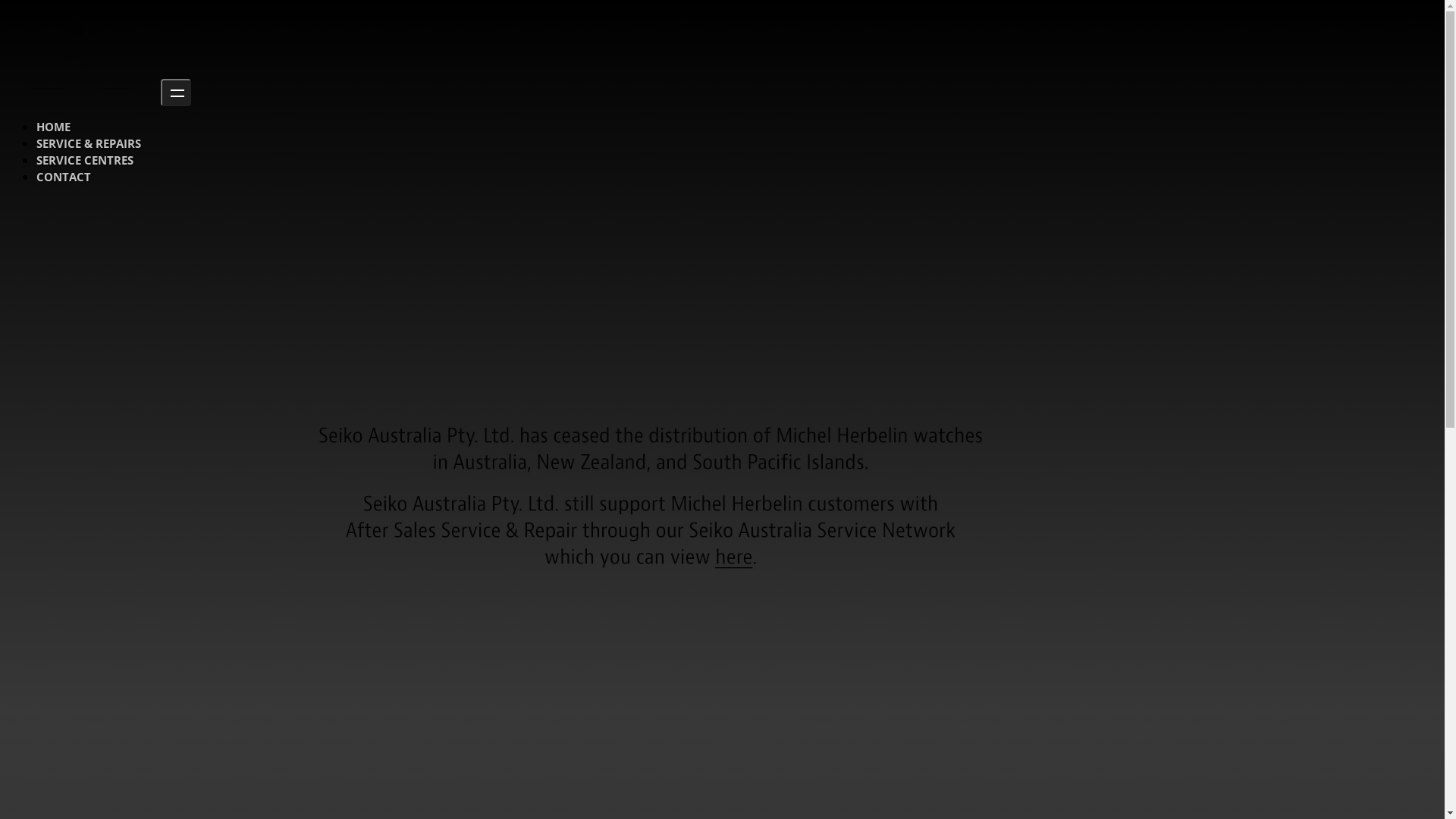  Describe the element at coordinates (53, 125) in the screenshot. I see `'HOME'` at that location.